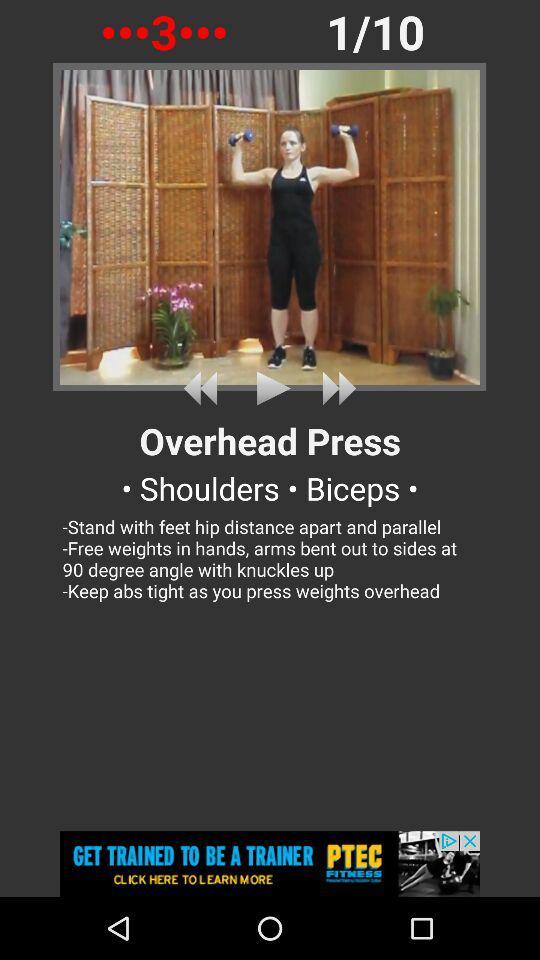 This screenshot has width=540, height=960. Describe the element at coordinates (270, 387) in the screenshot. I see `the option` at that location.